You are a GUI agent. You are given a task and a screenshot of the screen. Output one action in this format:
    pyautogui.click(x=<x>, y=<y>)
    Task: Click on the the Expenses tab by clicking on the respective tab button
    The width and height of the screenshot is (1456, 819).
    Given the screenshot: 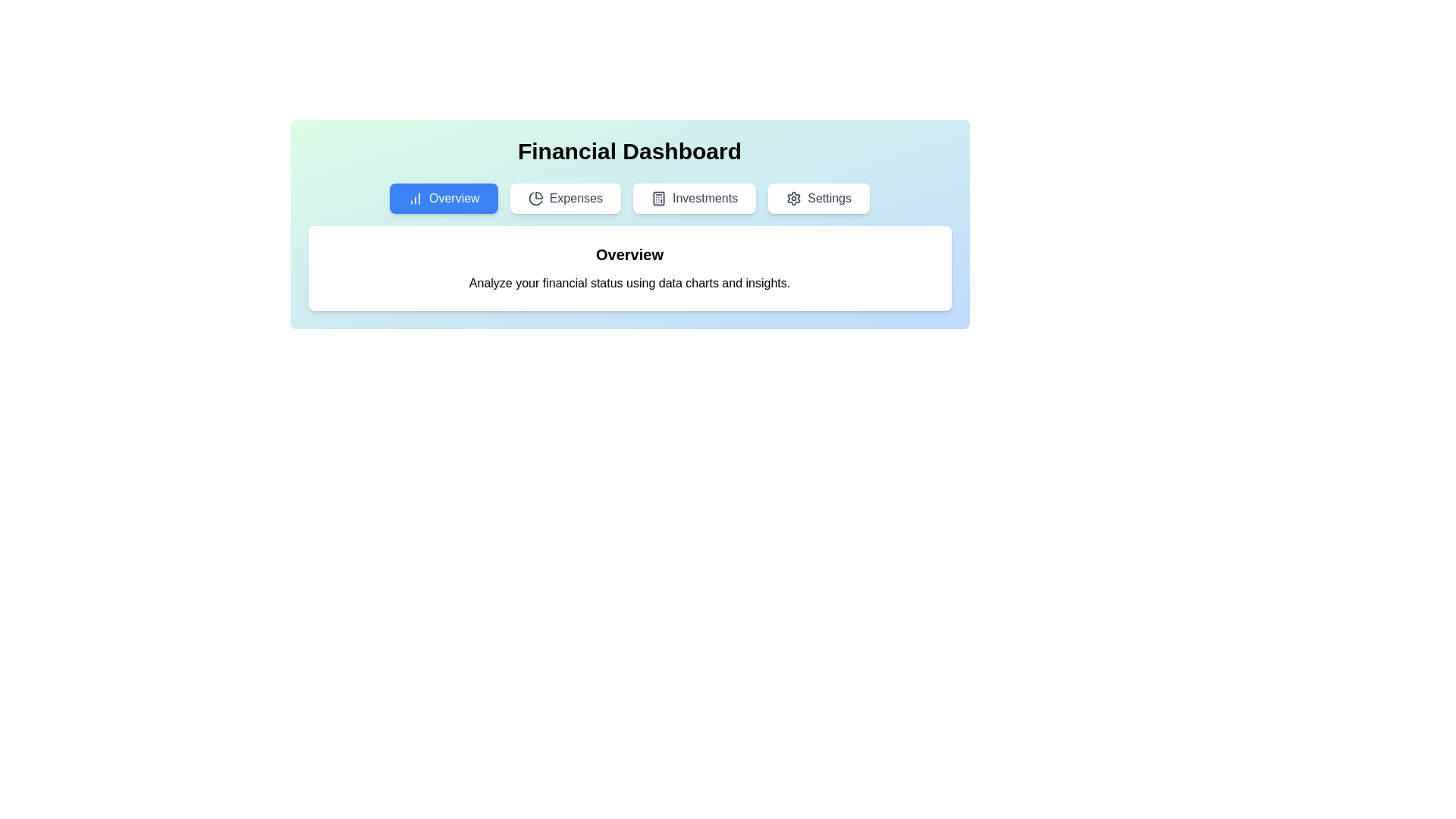 What is the action you would take?
    pyautogui.click(x=564, y=198)
    